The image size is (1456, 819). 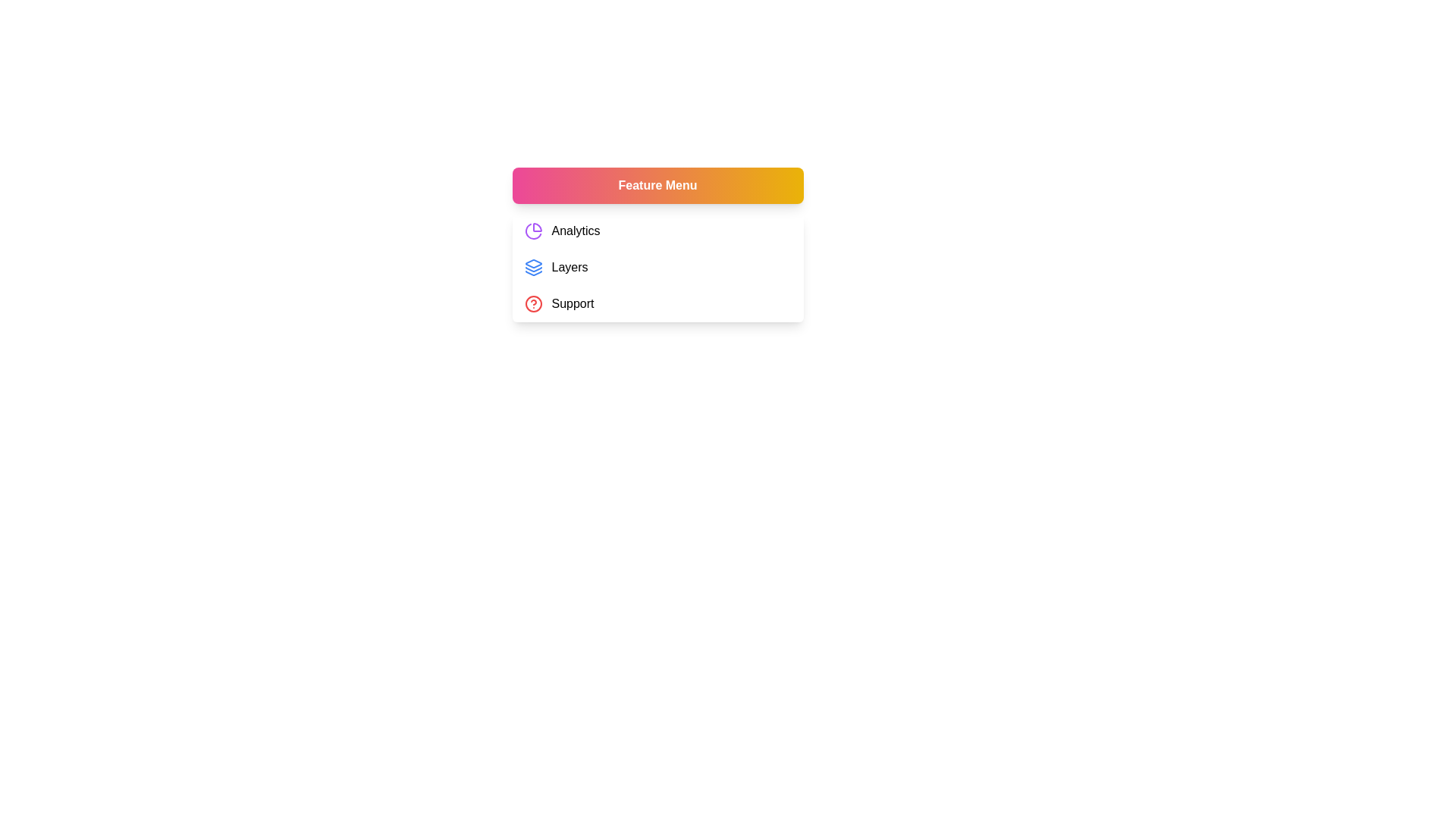 What do you see at coordinates (657, 185) in the screenshot?
I see `the 'Feature Menu' button to toggle the menu visibility` at bounding box center [657, 185].